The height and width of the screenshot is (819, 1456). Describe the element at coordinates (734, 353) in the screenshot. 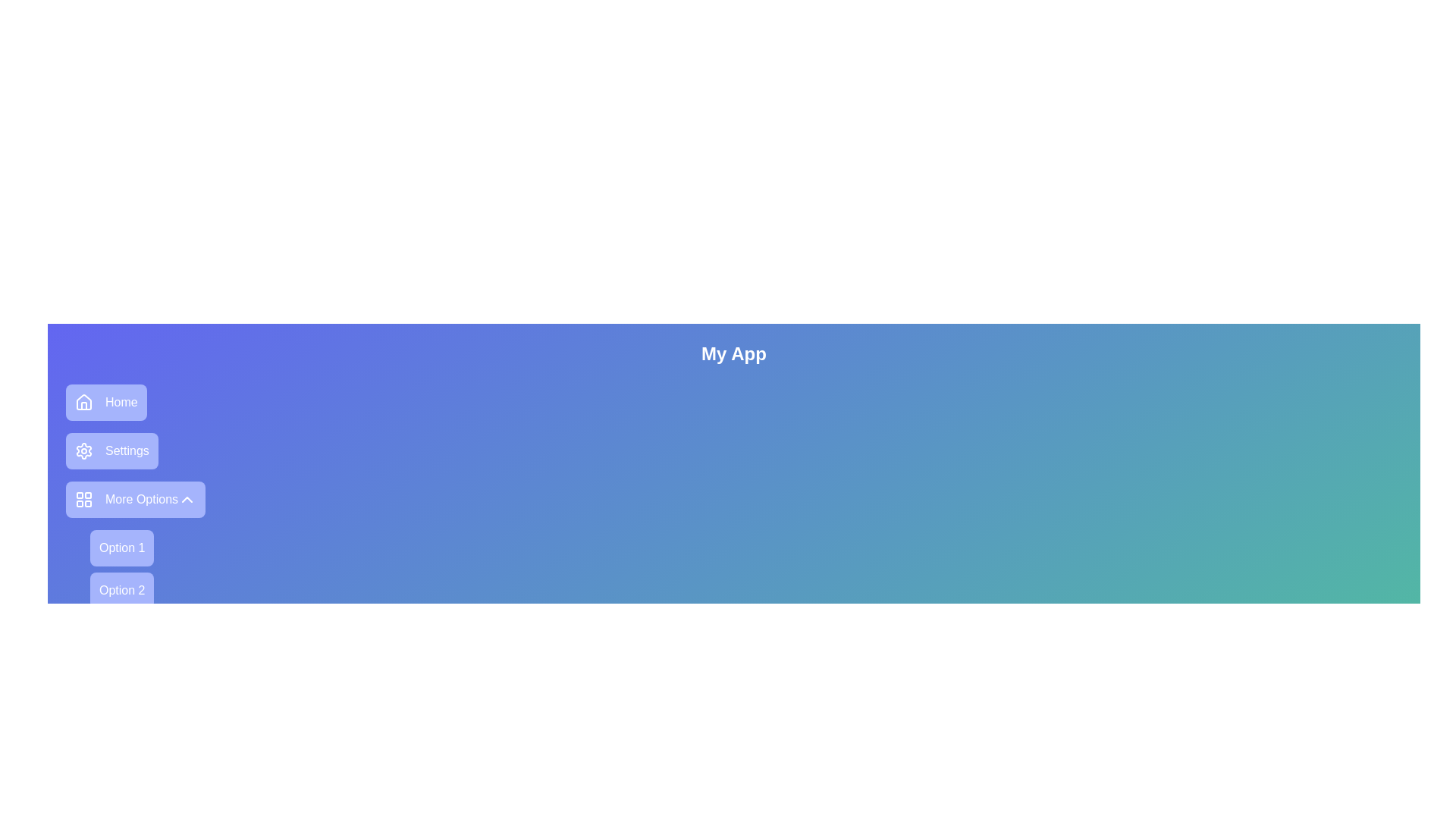

I see `text displayed on the header Text Label located at the top-center of the application interface` at that location.